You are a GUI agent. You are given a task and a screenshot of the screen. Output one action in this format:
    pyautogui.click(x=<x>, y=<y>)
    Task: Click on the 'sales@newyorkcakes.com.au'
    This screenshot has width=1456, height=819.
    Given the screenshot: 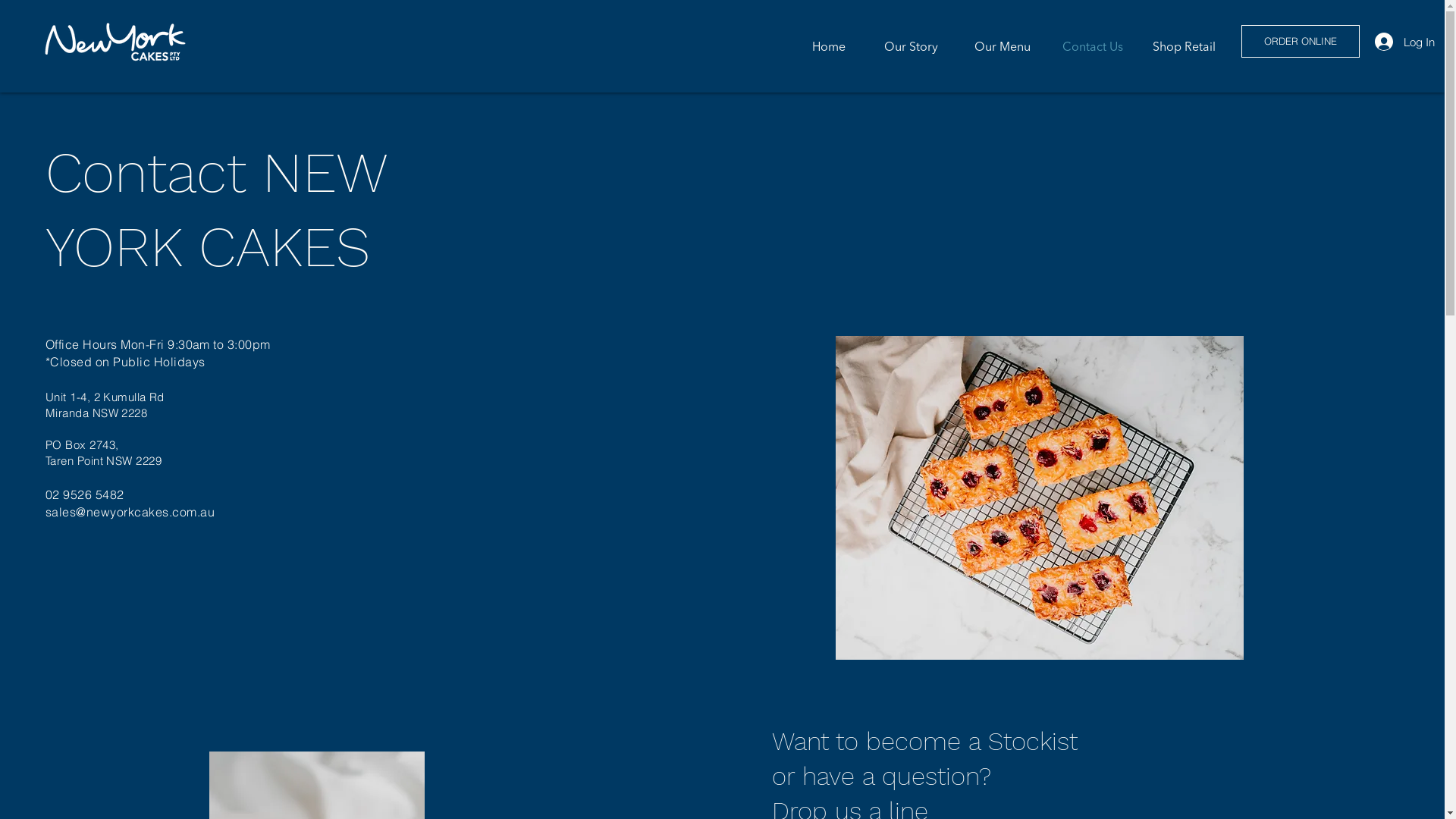 What is the action you would take?
    pyautogui.click(x=130, y=512)
    